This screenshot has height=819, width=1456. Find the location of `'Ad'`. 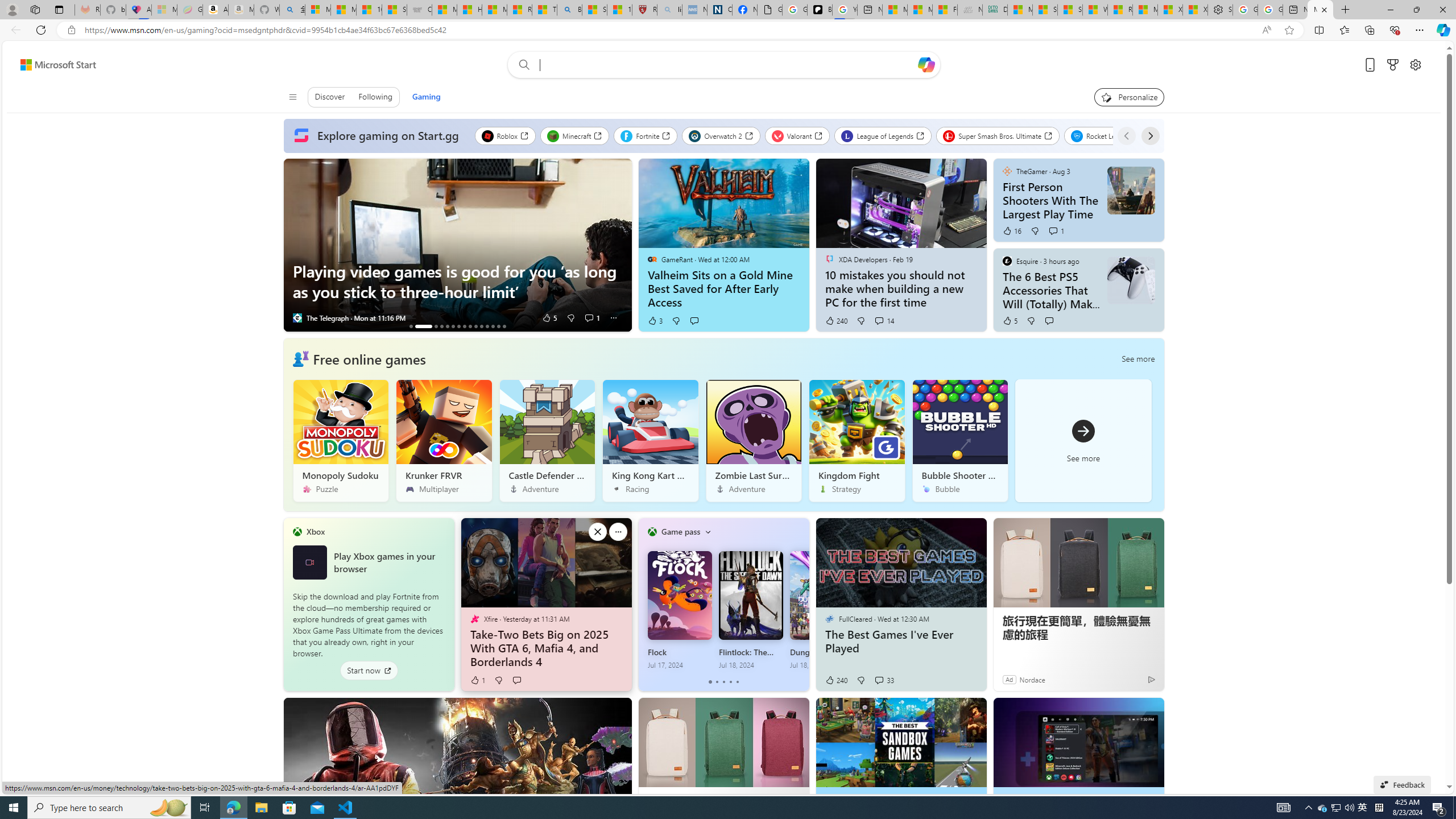

'Ad' is located at coordinates (1008, 679).